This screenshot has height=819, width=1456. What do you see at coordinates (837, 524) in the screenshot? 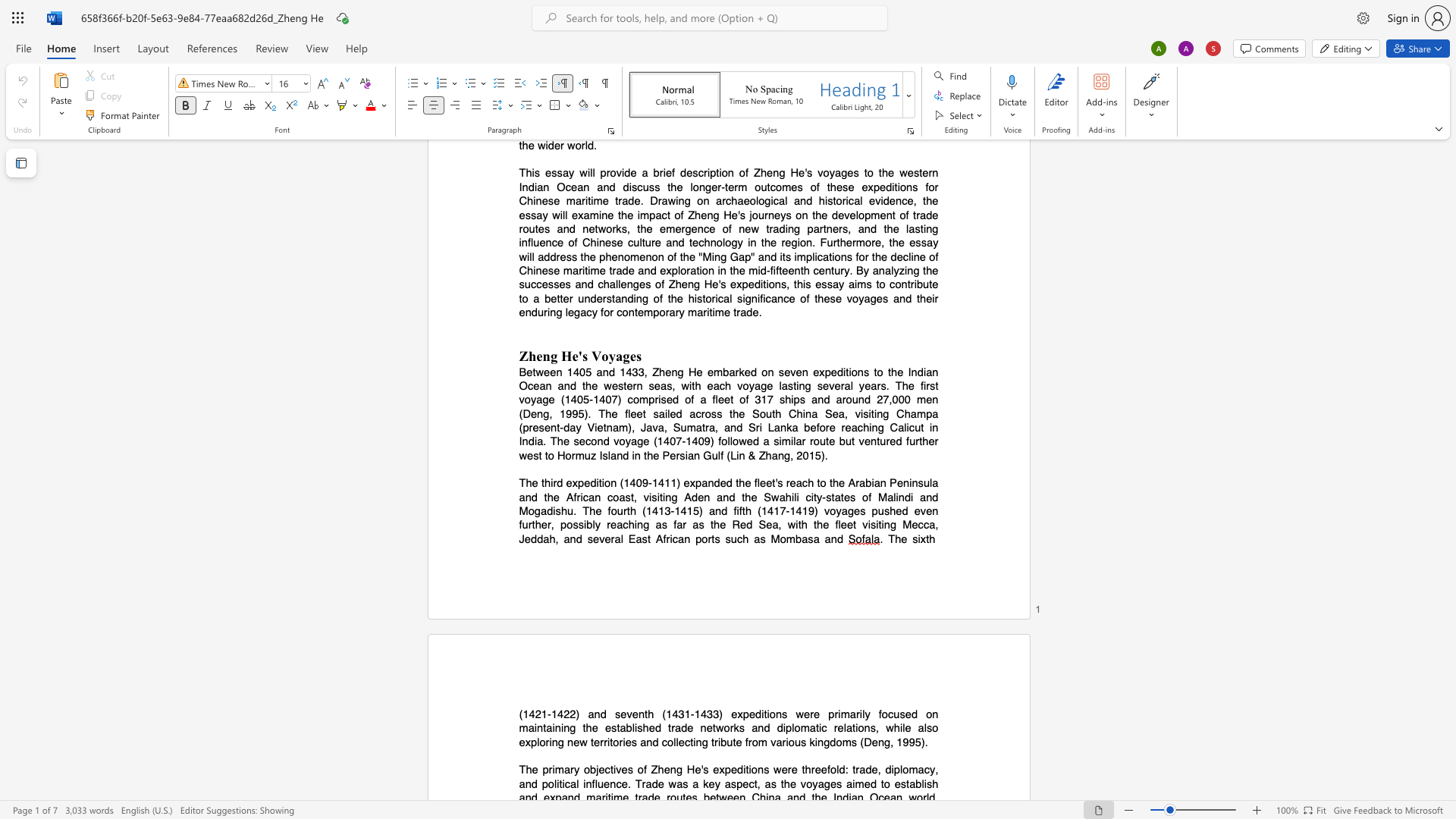
I see `the subset text "leet visiting Mecca, Jeddah, and several Eas" within the text "as far as the Red Sea, with the fleet visiting Mecca, Jeddah, and several East African ports such as Mombasa and"` at bounding box center [837, 524].